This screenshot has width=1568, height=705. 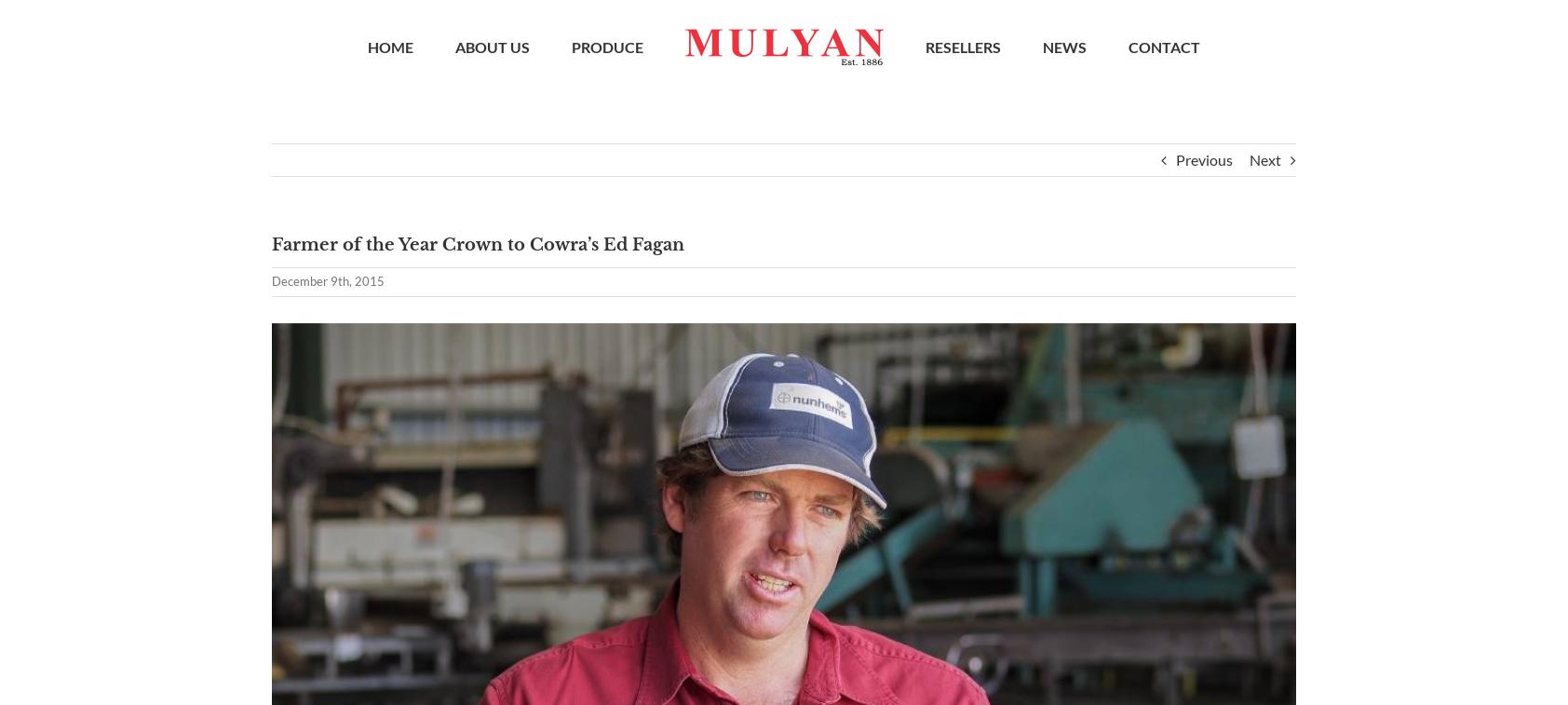 What do you see at coordinates (1264, 167) in the screenshot?
I see `'Next'` at bounding box center [1264, 167].